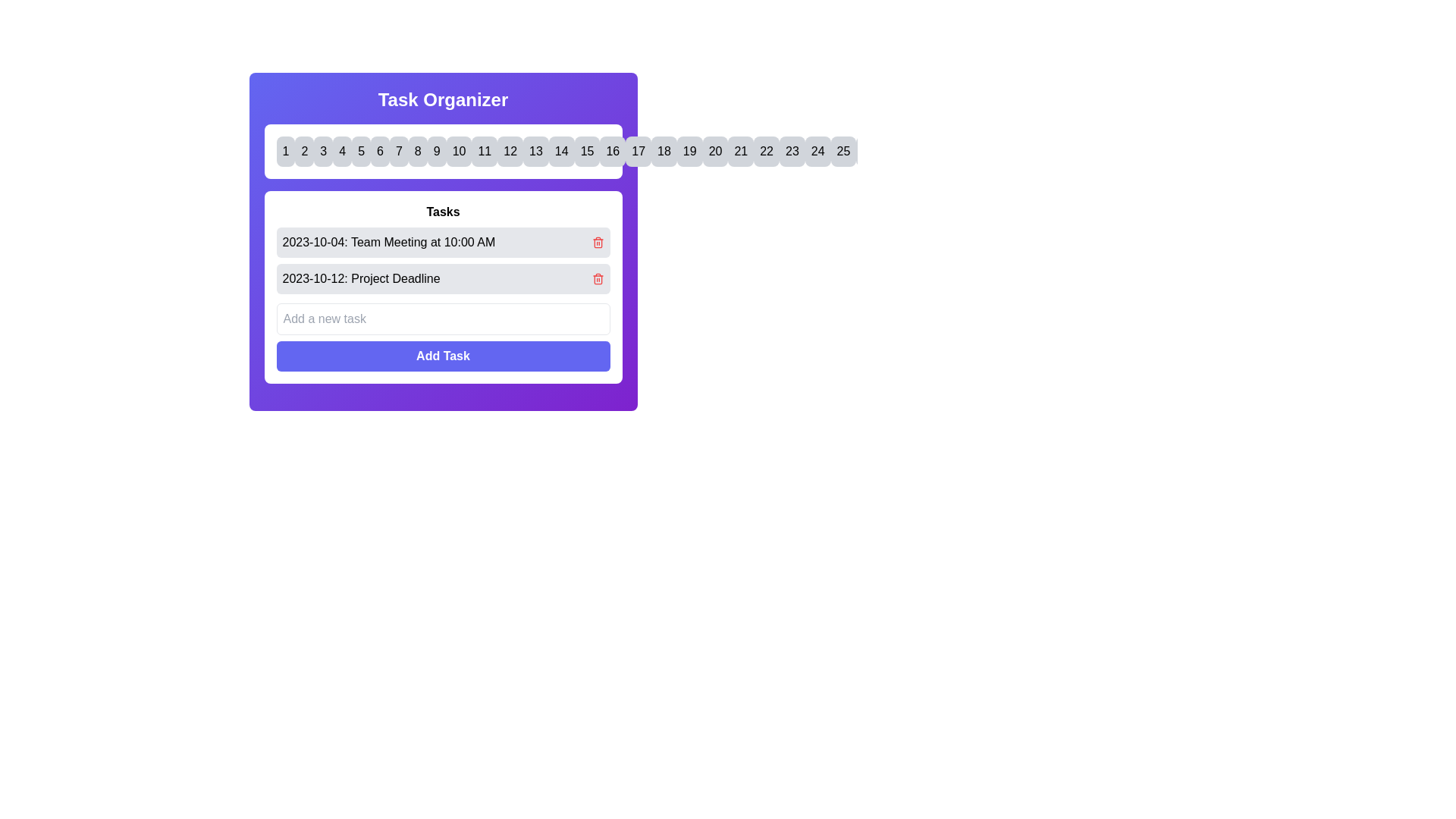 Image resolution: width=1456 pixels, height=819 pixels. I want to click on the 'Add Task' button, which is a rectangular button with an indigo background and white text, located at the bottom of the task organizer interface, so click(442, 356).